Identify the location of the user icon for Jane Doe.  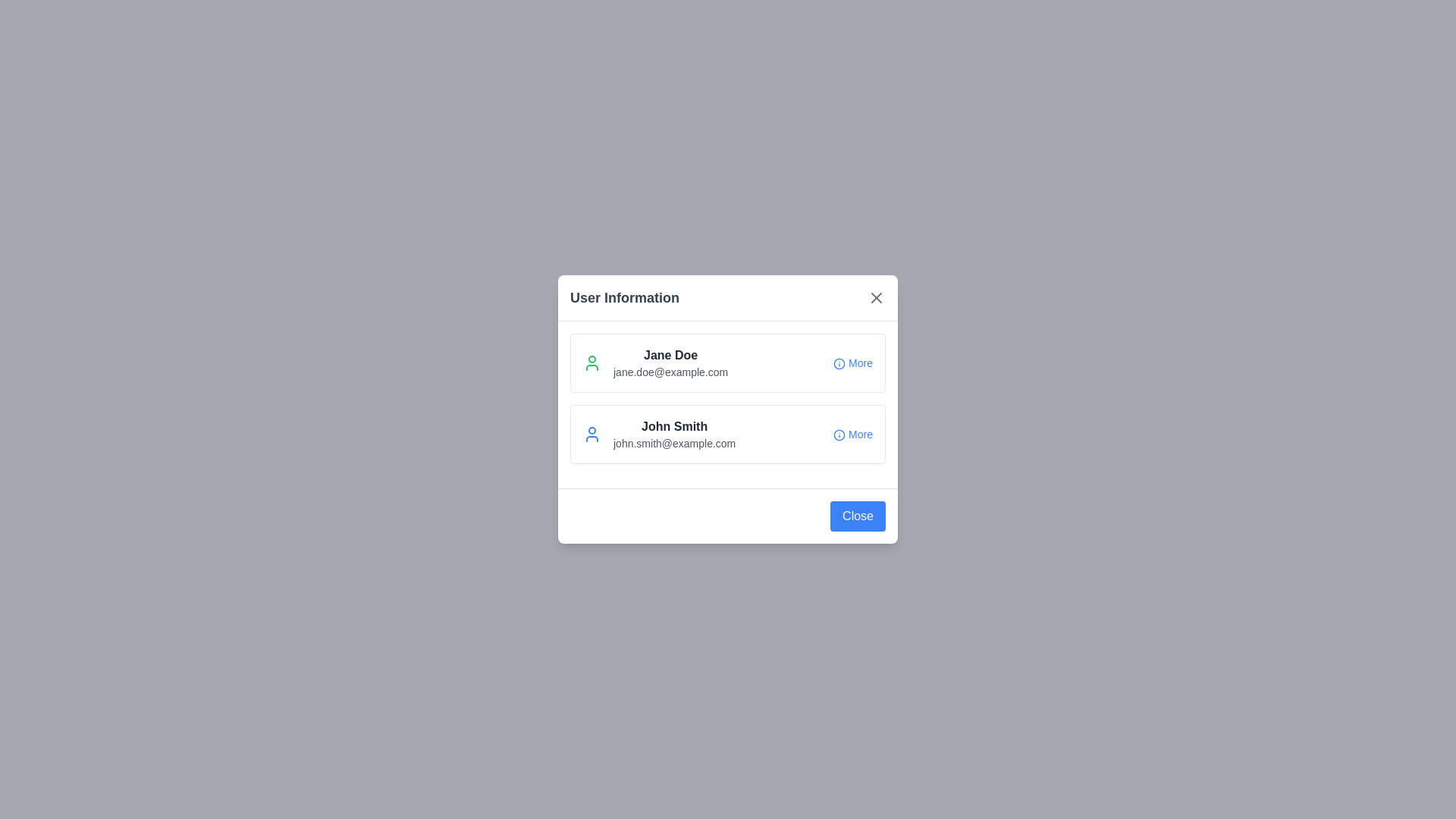
(591, 362).